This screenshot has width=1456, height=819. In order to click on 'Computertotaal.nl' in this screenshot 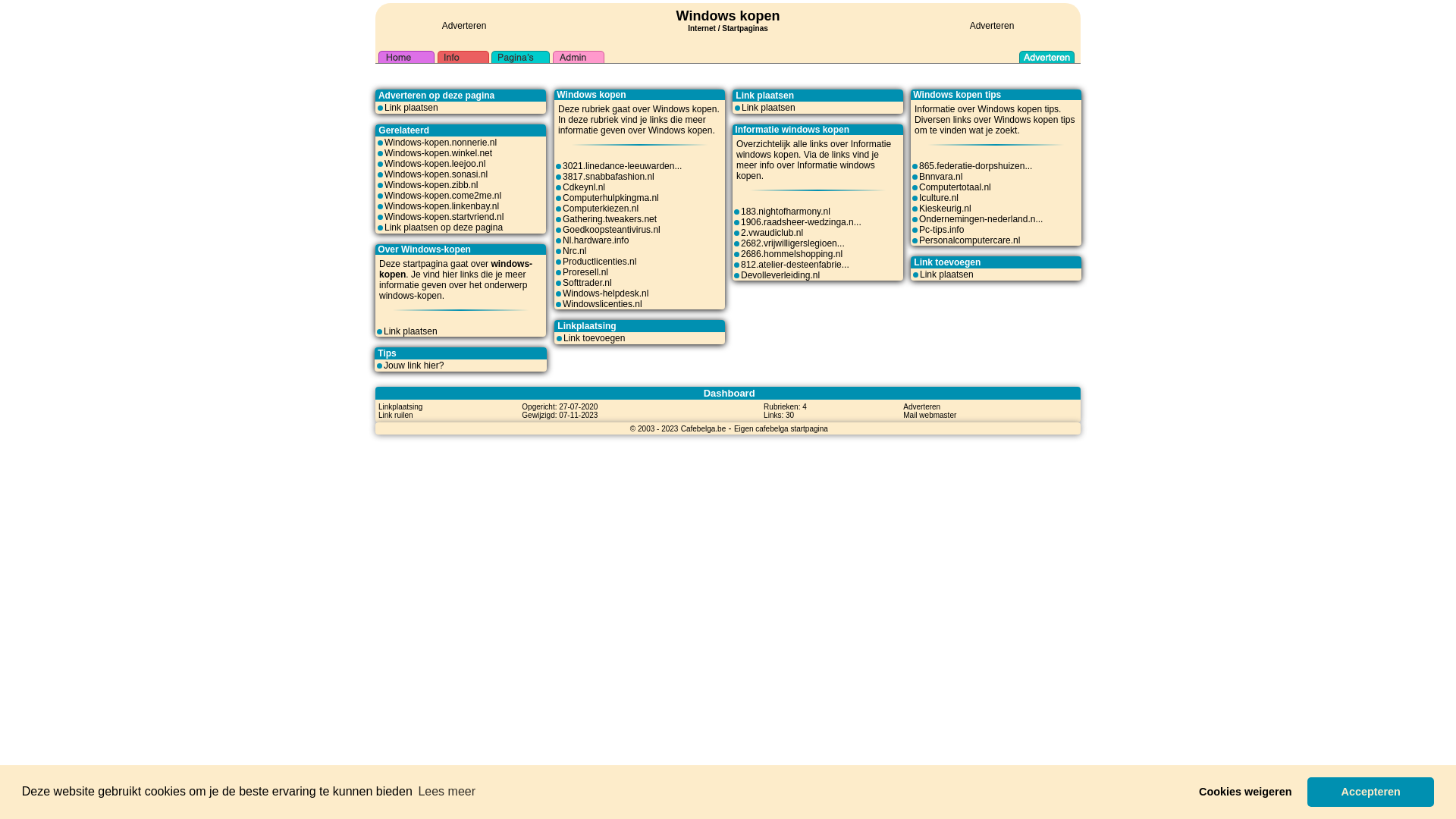, I will do `click(954, 186)`.